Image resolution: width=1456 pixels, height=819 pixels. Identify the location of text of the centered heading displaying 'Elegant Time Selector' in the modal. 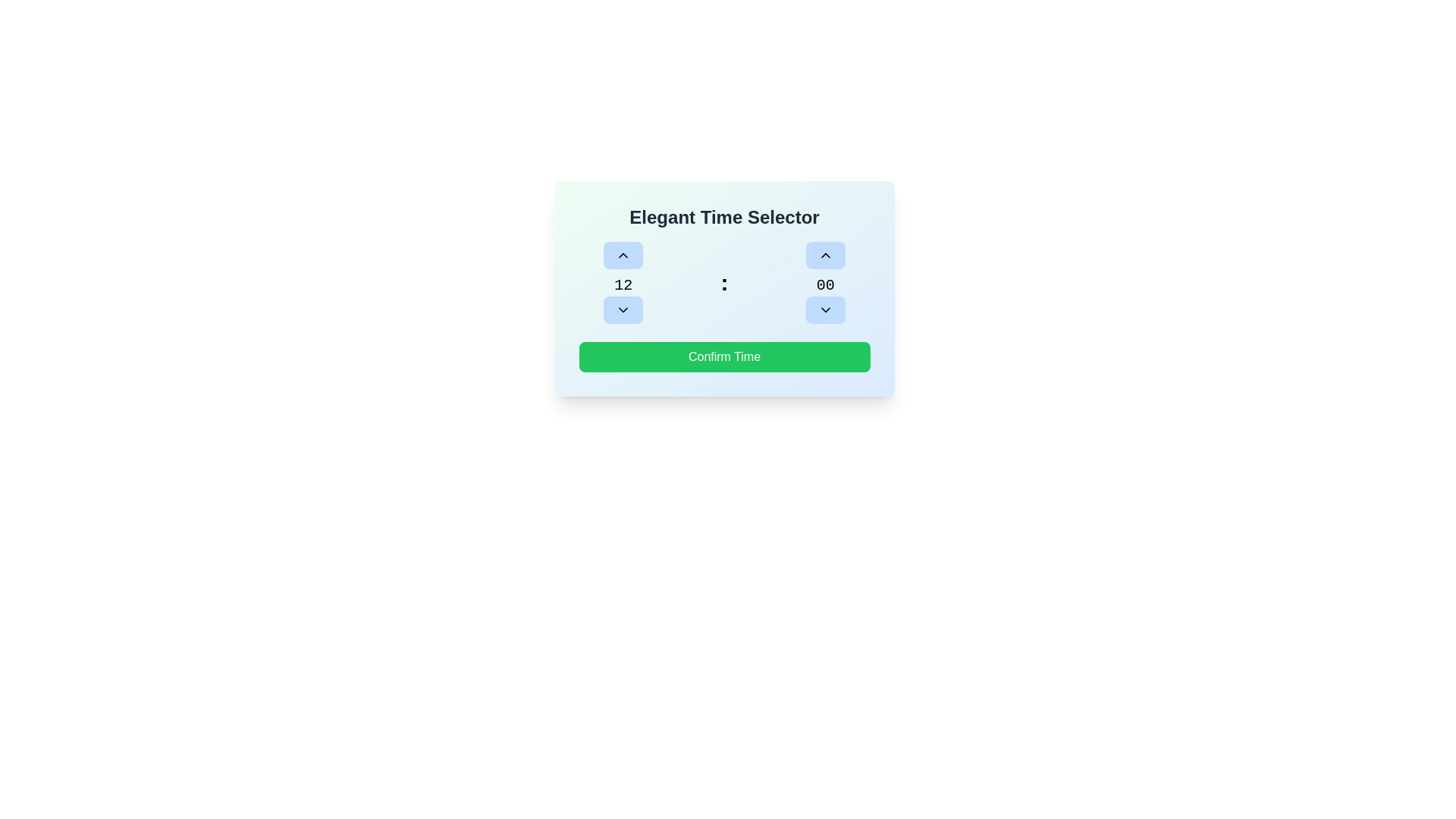
(723, 217).